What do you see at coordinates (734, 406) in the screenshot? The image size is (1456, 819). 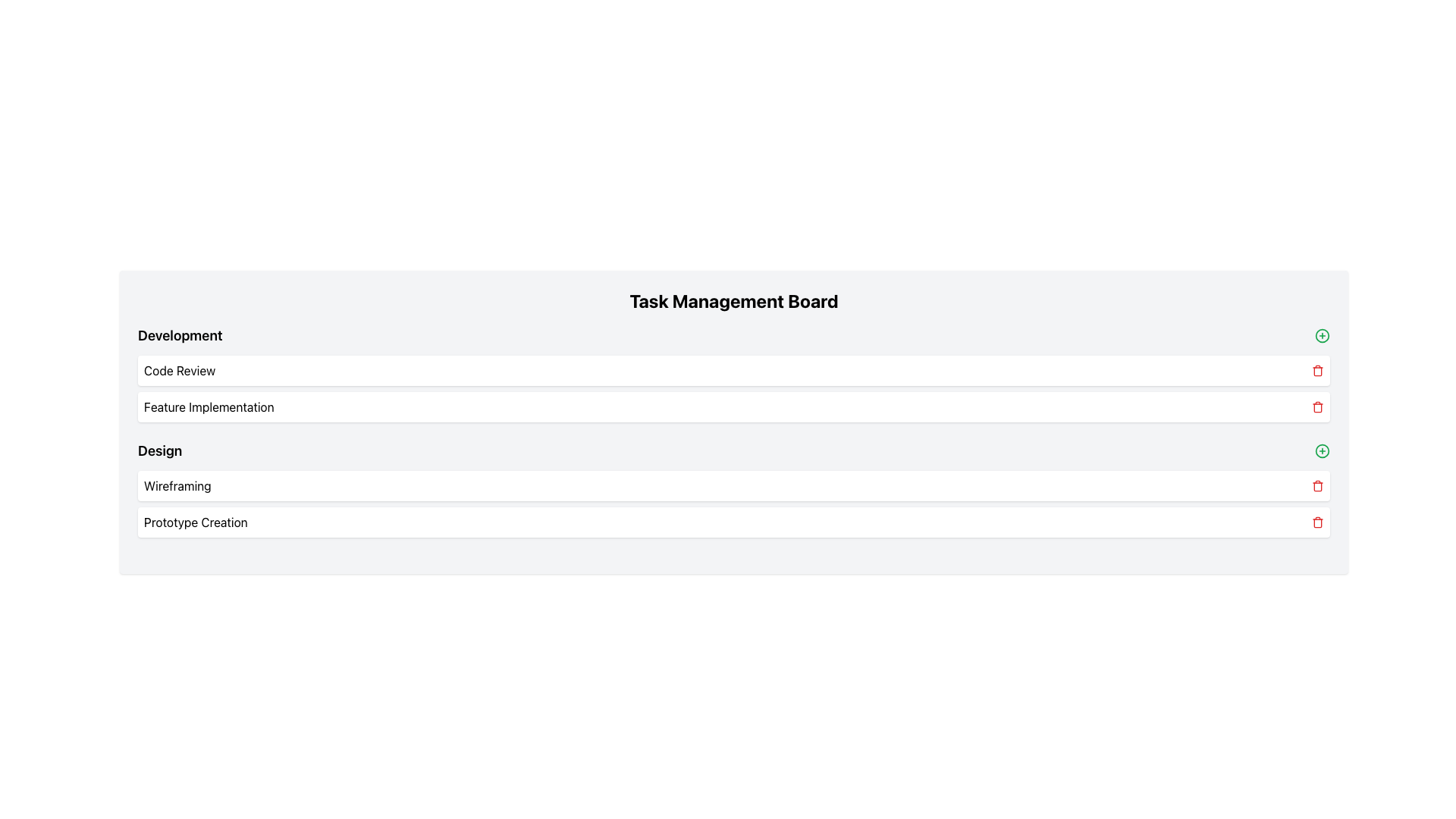 I see `the second list item labeled 'Feature Implementation' in the 'Development' section` at bounding box center [734, 406].